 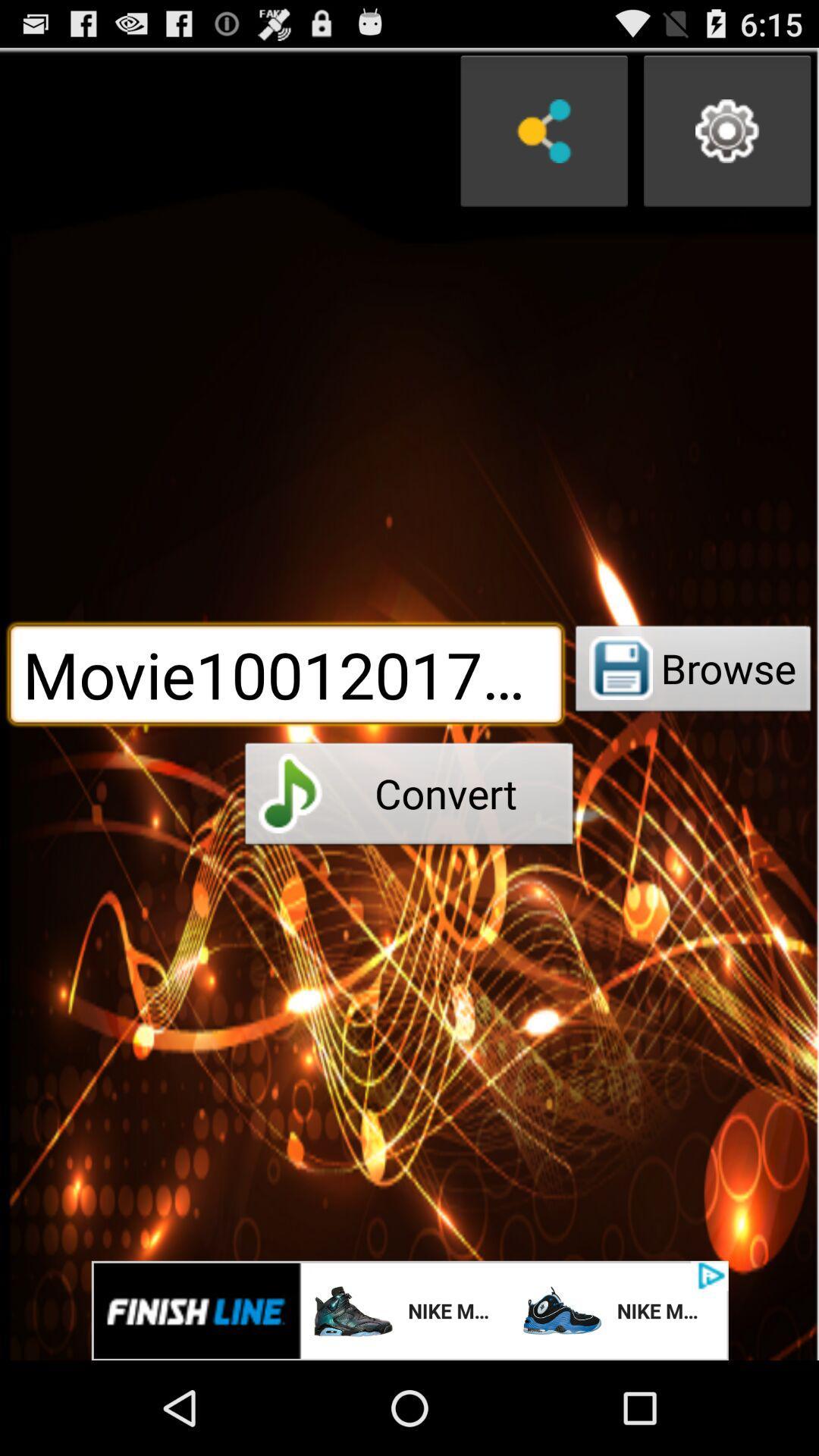 I want to click on open the settings, so click(x=726, y=131).